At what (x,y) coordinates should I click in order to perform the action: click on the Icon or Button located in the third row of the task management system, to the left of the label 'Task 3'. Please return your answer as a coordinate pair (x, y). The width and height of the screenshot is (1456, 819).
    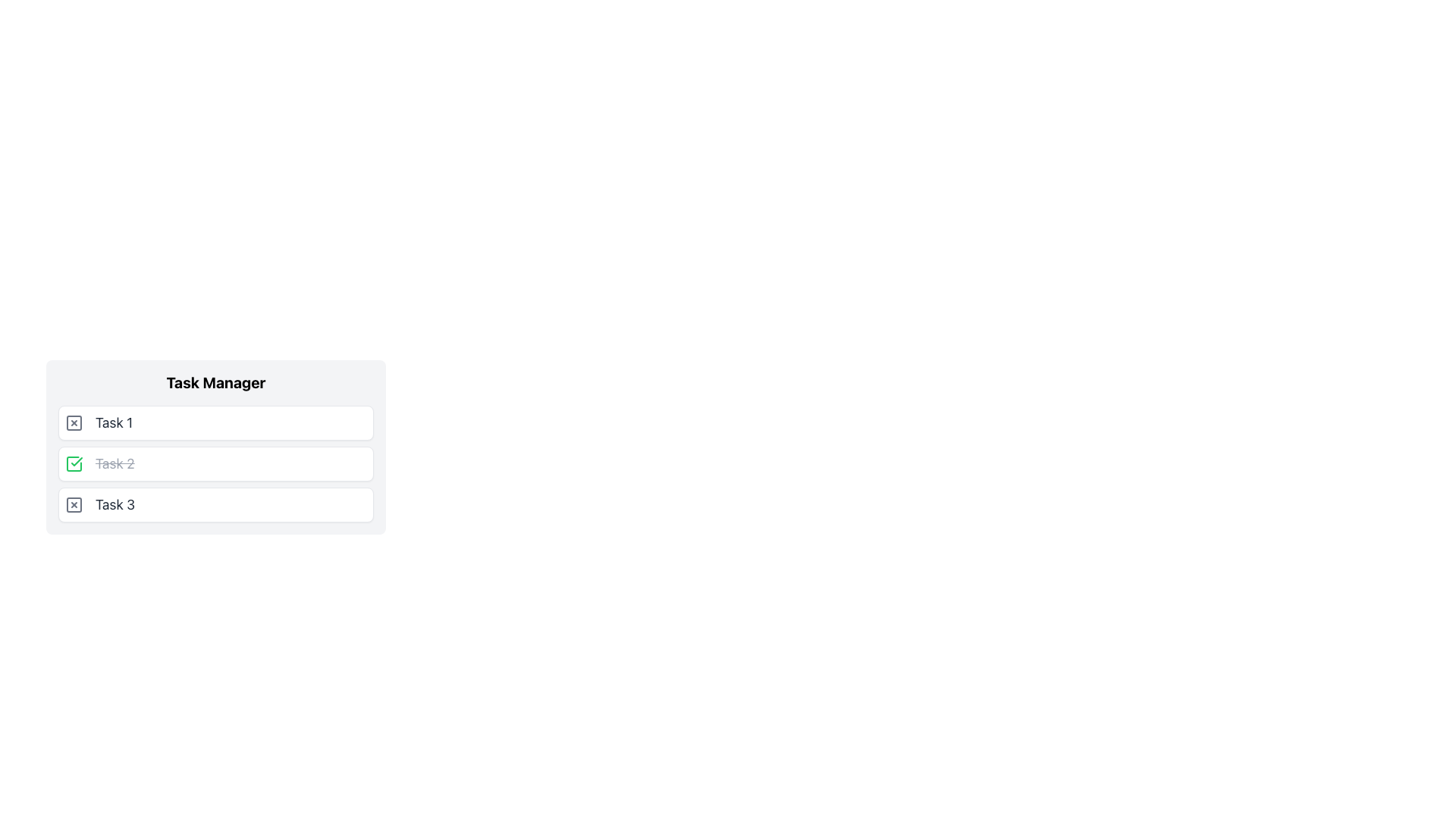
    Looking at the image, I should click on (73, 505).